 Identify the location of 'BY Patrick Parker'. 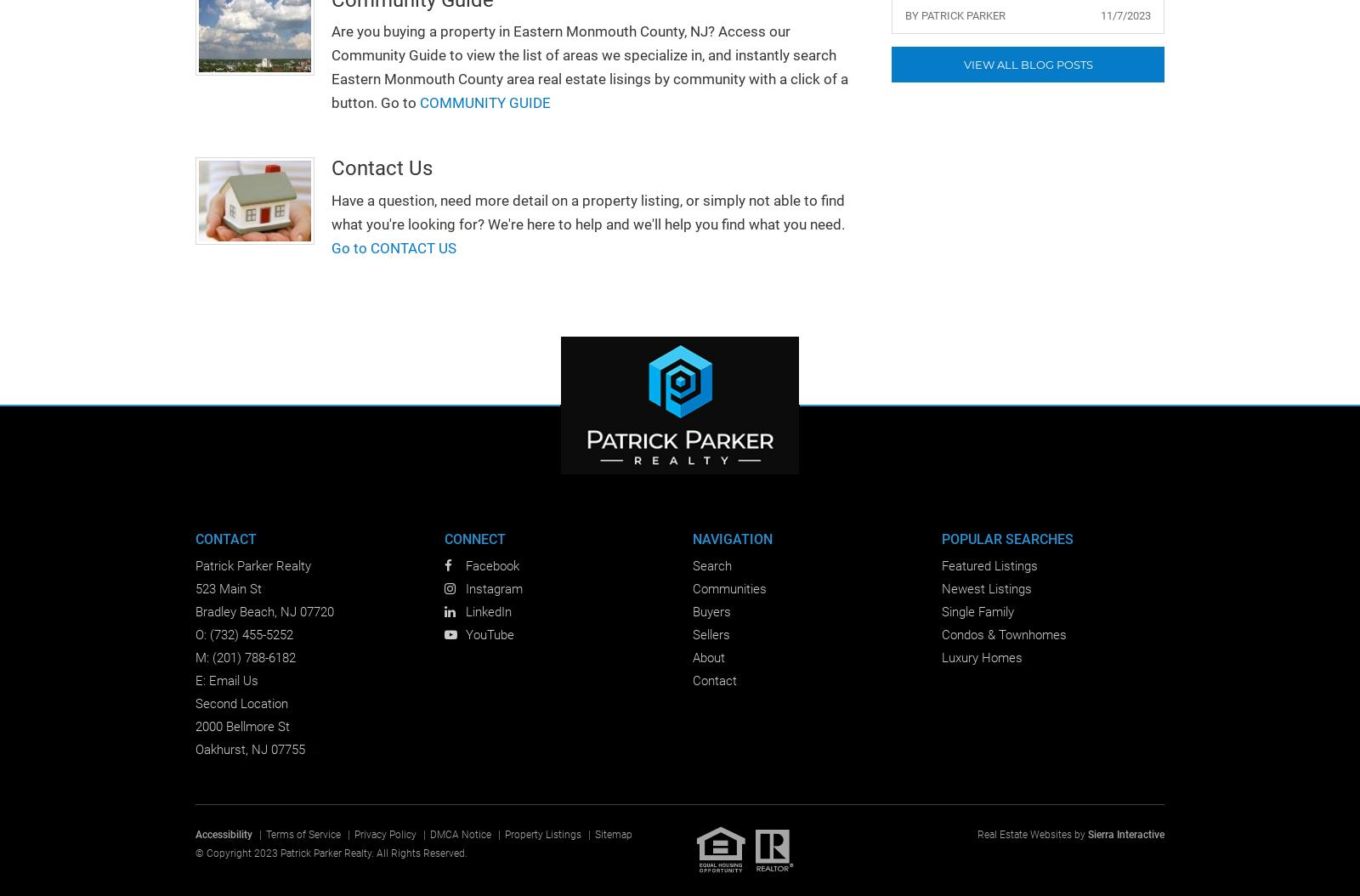
(955, 15).